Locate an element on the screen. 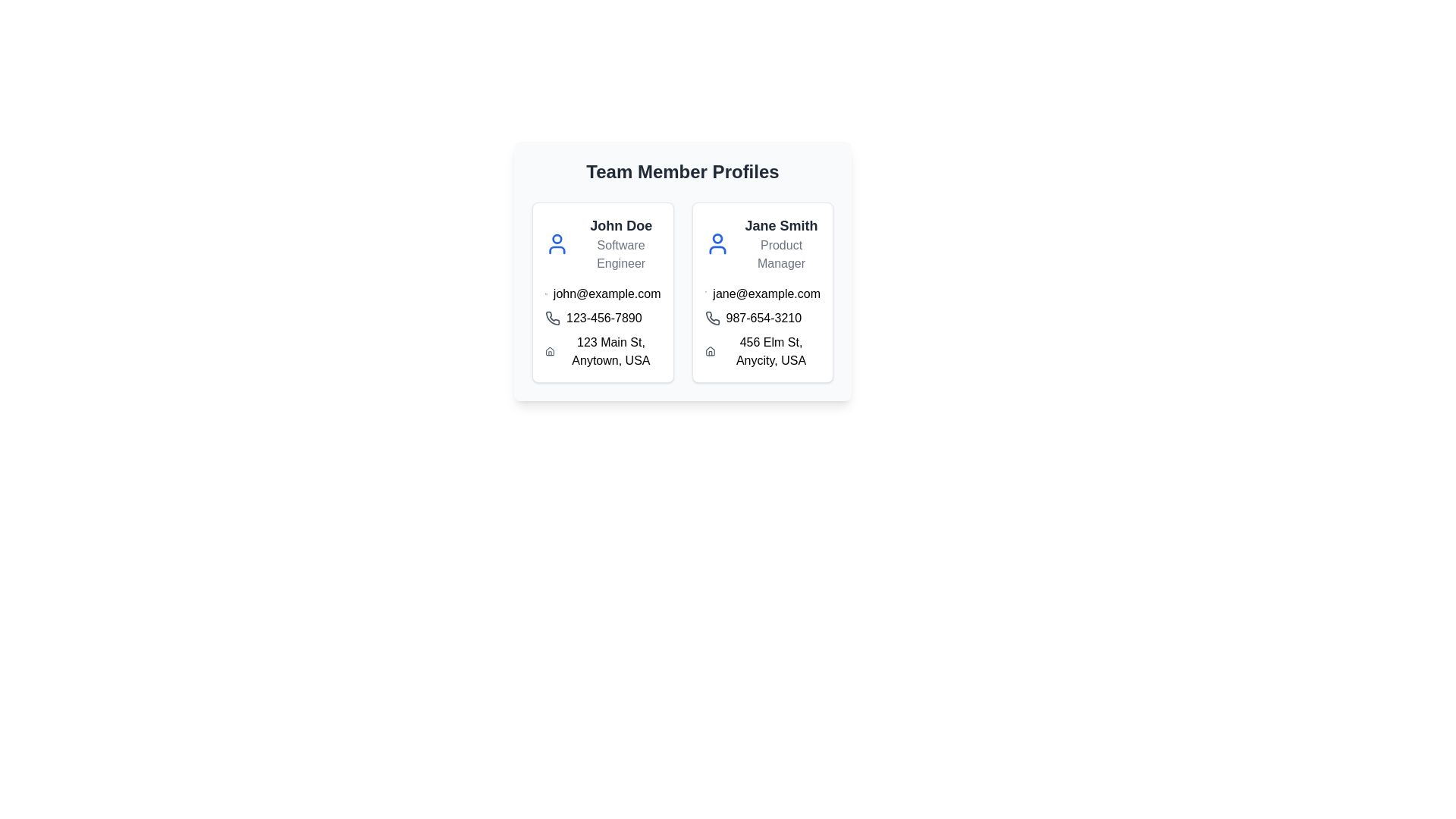  the Text Label displaying the job title of the individual in the 'Team Member Profiles' section, located beneath 'John Doe' and above the contact details is located at coordinates (621, 253).